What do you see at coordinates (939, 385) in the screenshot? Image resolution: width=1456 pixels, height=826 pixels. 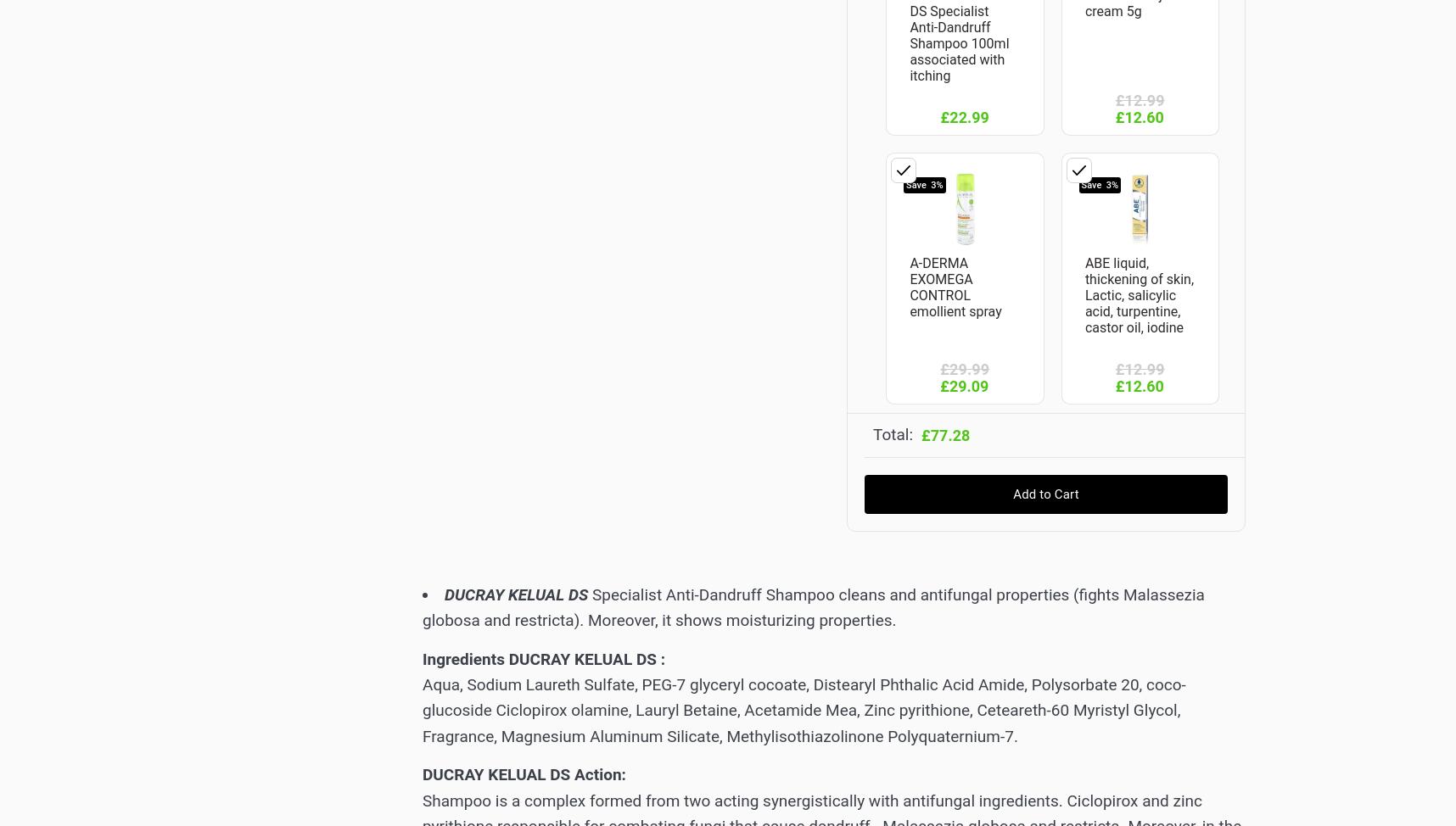 I see `'£29.09'` at bounding box center [939, 385].